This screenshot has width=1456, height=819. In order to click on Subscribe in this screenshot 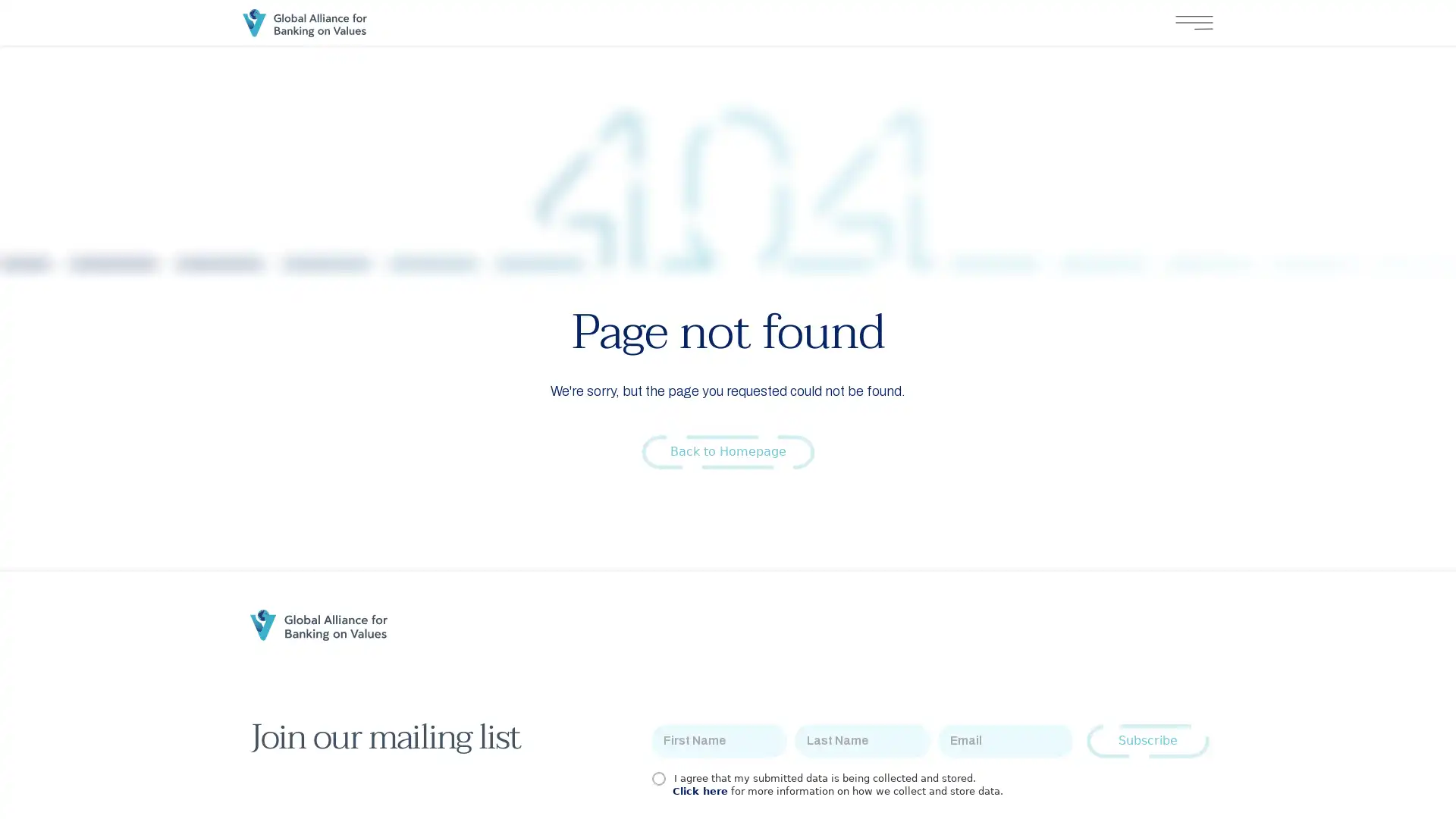, I will do `click(1147, 740)`.